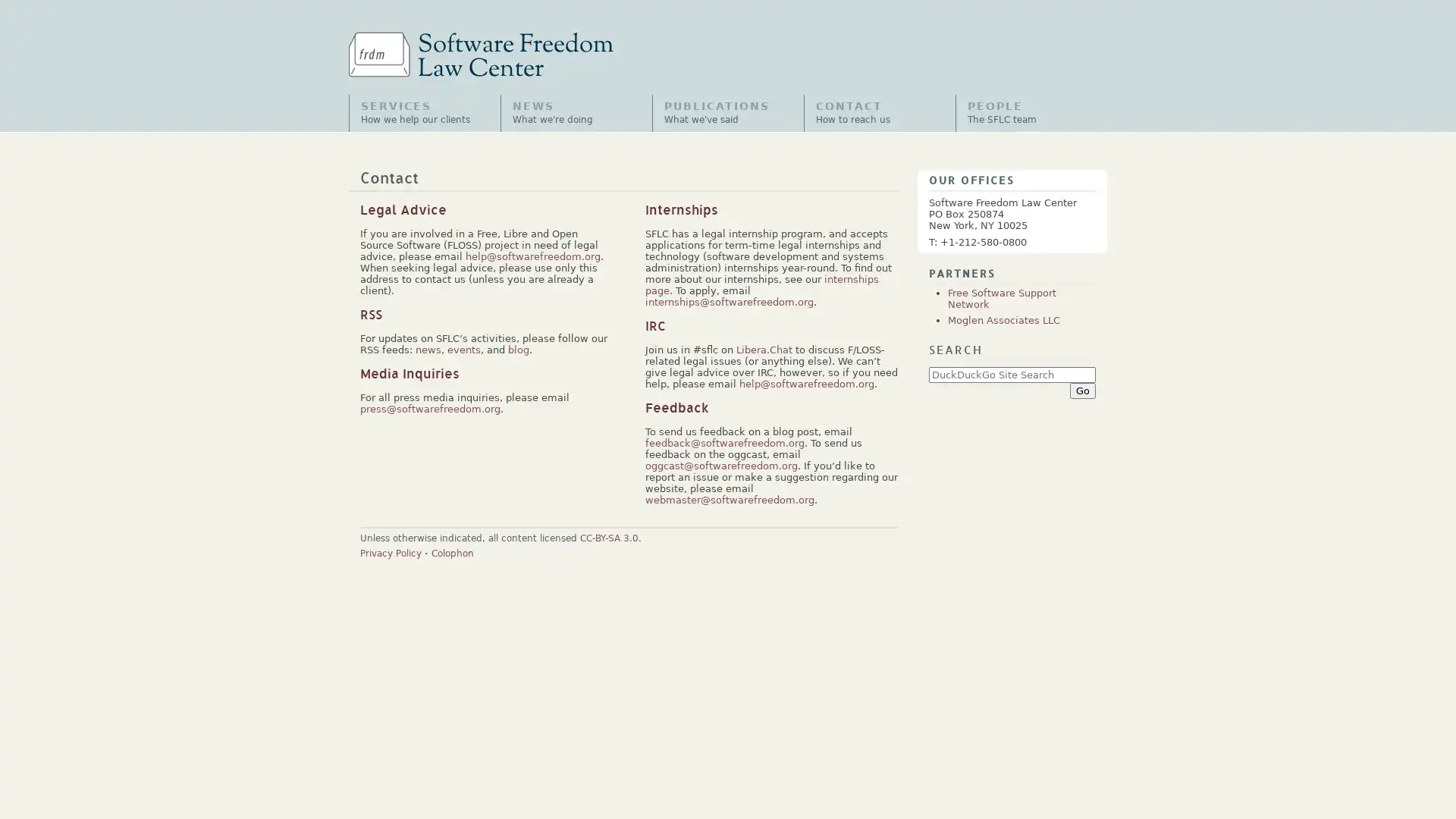  Describe the element at coordinates (1081, 390) in the screenshot. I see `Go` at that location.